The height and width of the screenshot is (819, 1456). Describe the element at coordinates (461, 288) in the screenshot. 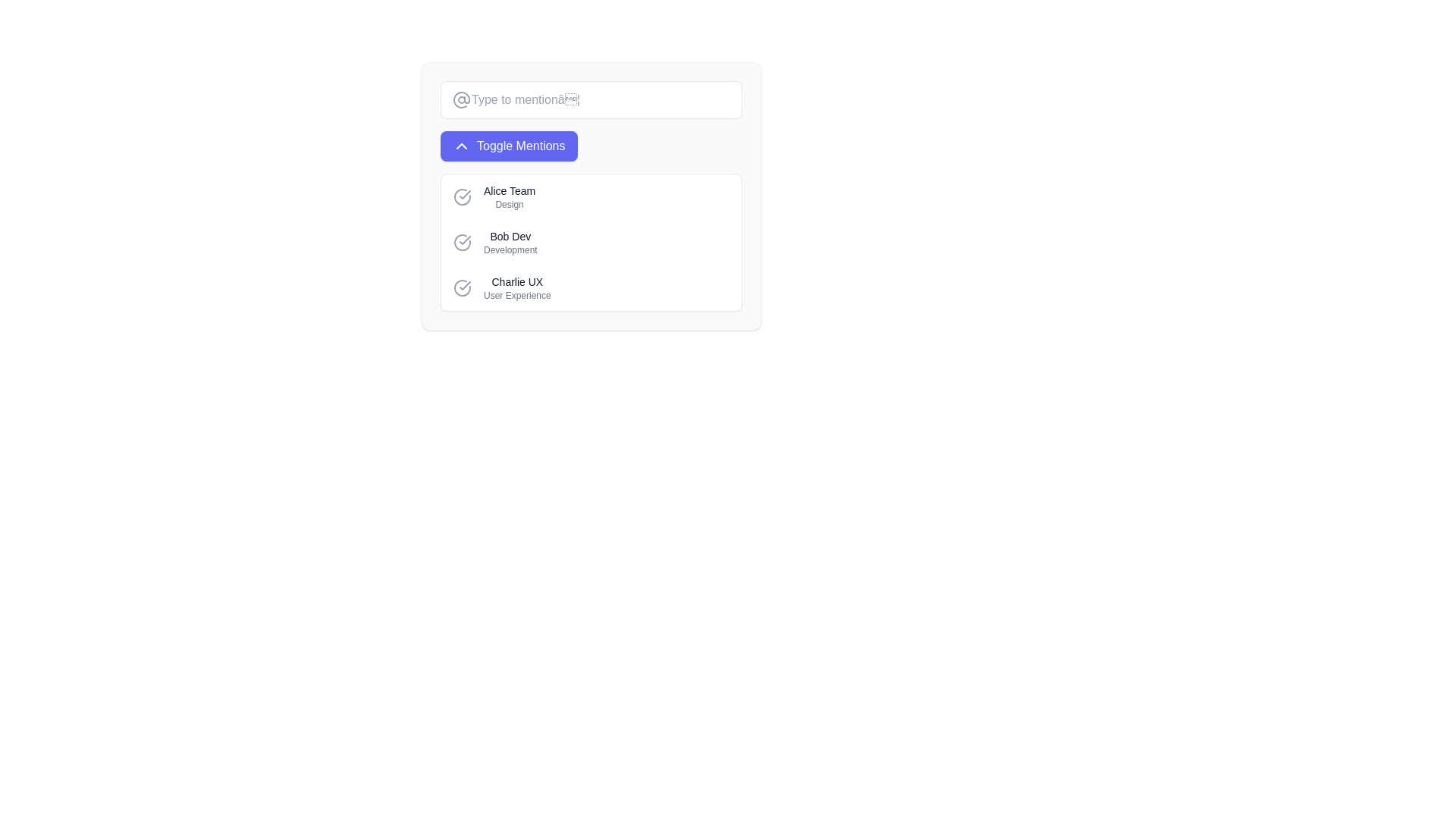

I see `the rounded gray icon with a checkmark inside, positioned to the left of the text 'Charlie UX'` at that location.